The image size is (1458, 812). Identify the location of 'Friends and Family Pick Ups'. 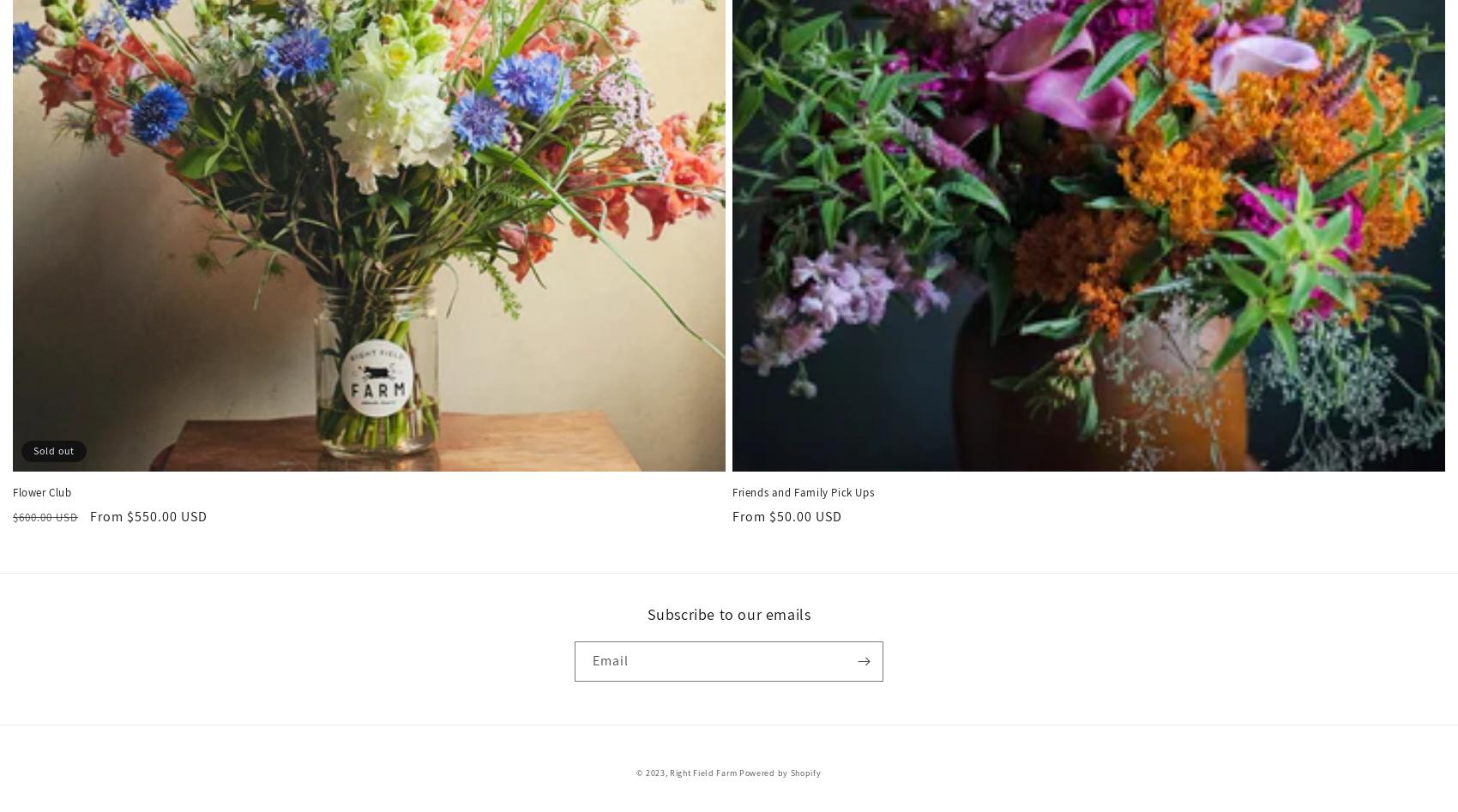
(803, 492).